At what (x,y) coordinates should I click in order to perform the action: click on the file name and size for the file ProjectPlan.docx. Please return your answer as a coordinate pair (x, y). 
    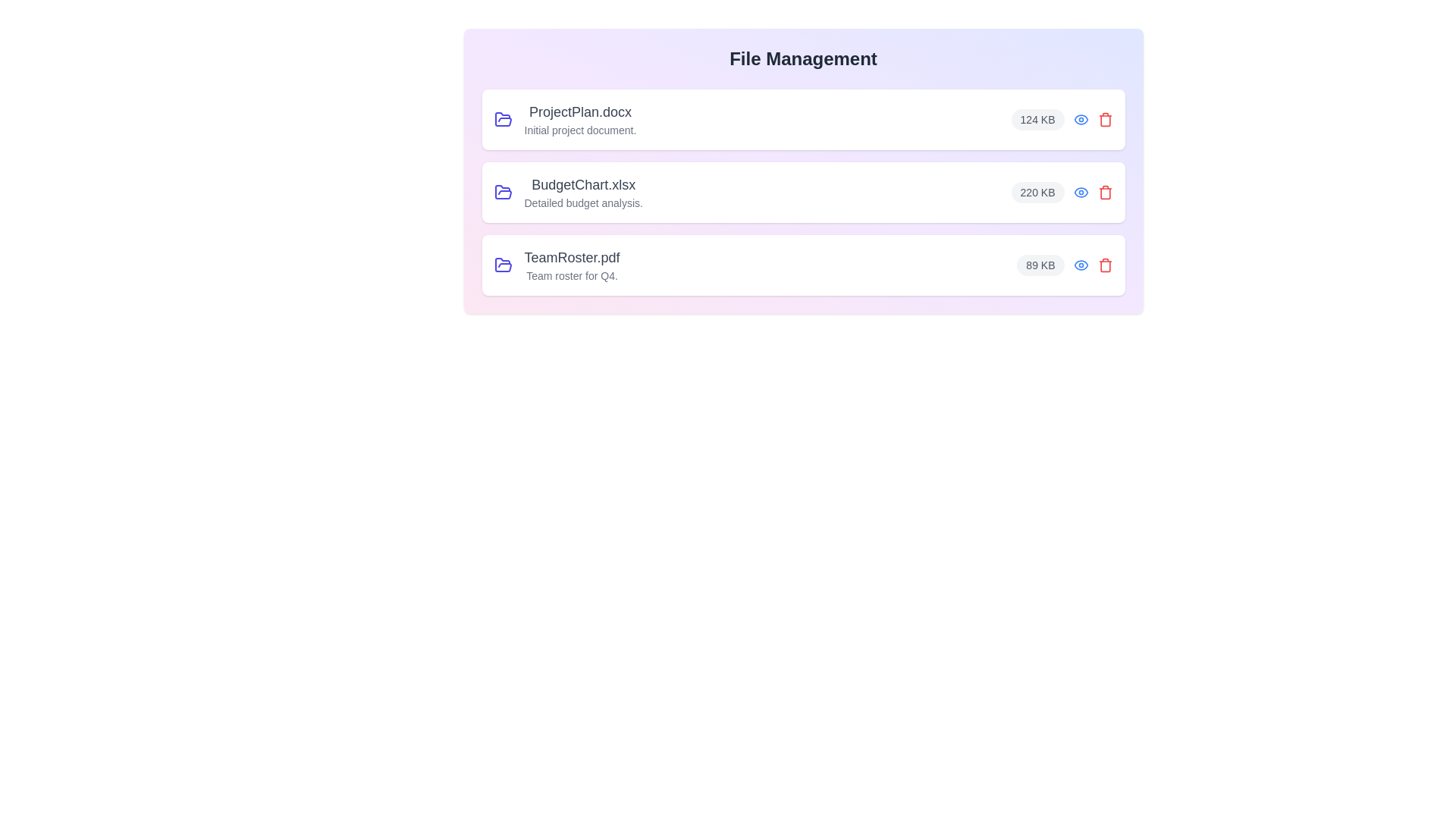
    Looking at the image, I should click on (563, 119).